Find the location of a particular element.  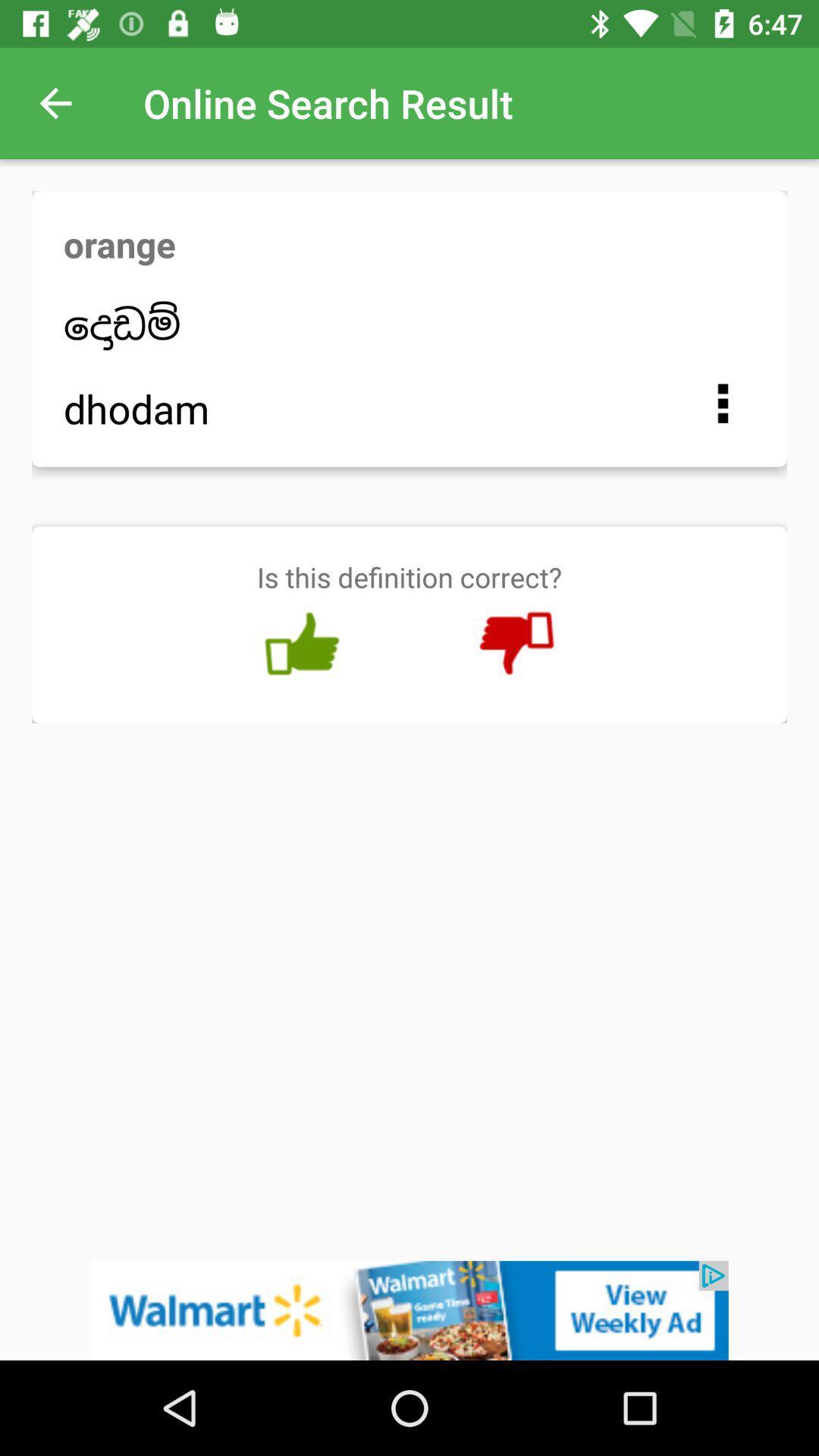

dispute definition is located at coordinates (516, 644).